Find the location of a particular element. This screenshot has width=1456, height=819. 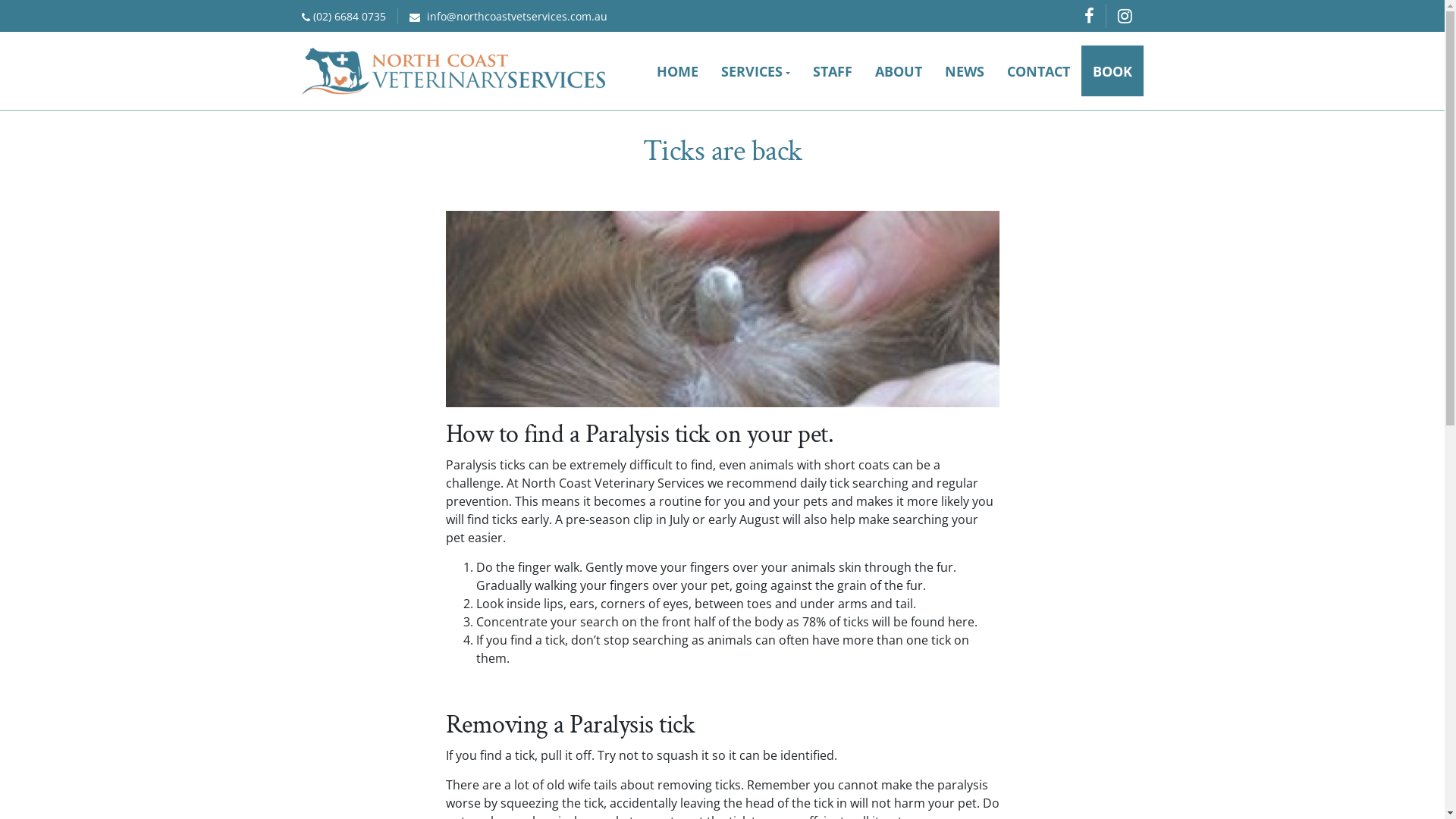

'Facebook' is located at coordinates (1095, 15).